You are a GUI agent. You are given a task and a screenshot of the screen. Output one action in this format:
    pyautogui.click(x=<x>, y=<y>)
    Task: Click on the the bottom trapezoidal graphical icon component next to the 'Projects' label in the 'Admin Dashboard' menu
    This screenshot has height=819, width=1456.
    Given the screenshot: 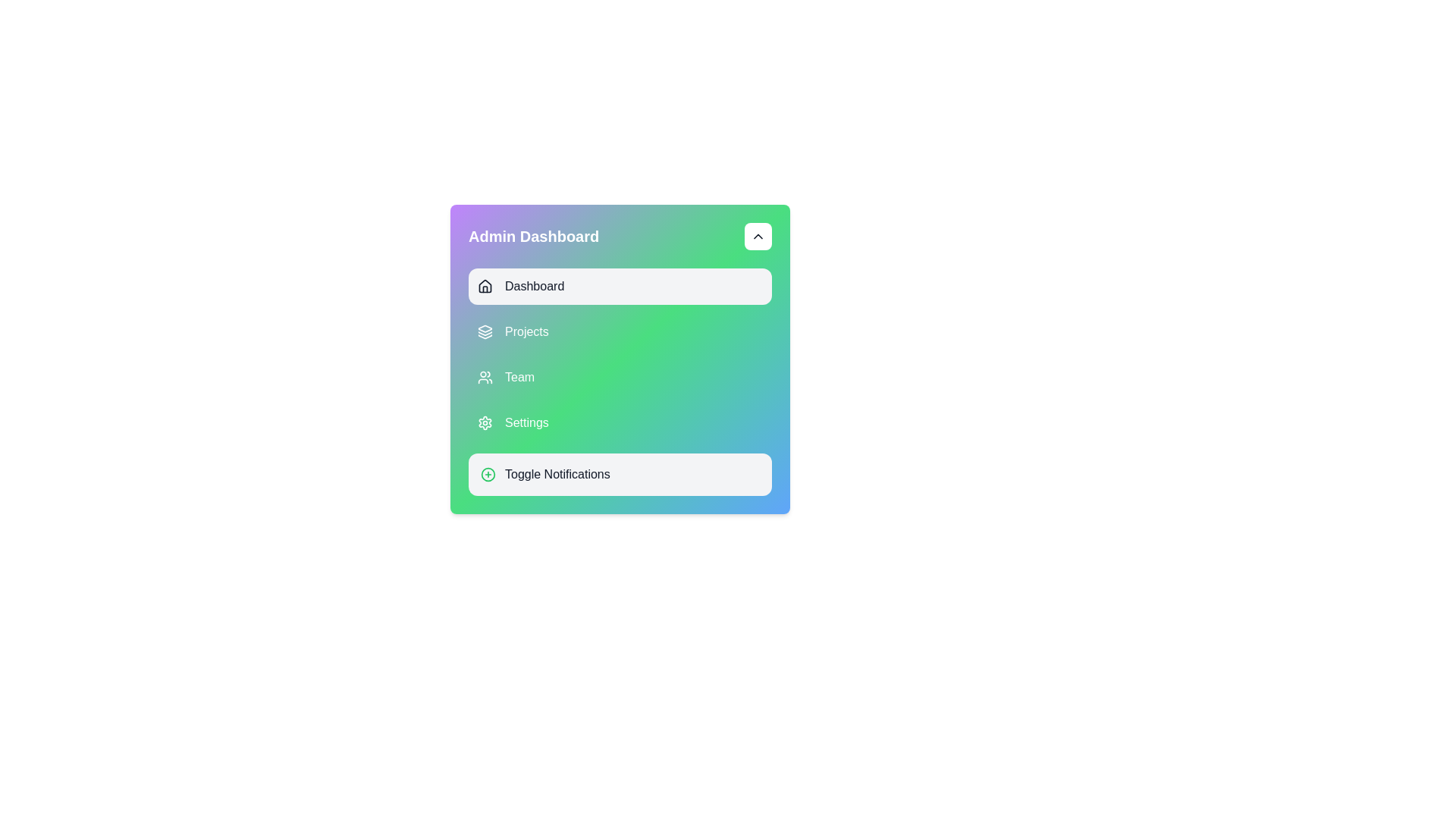 What is the action you would take?
    pyautogui.click(x=484, y=336)
    